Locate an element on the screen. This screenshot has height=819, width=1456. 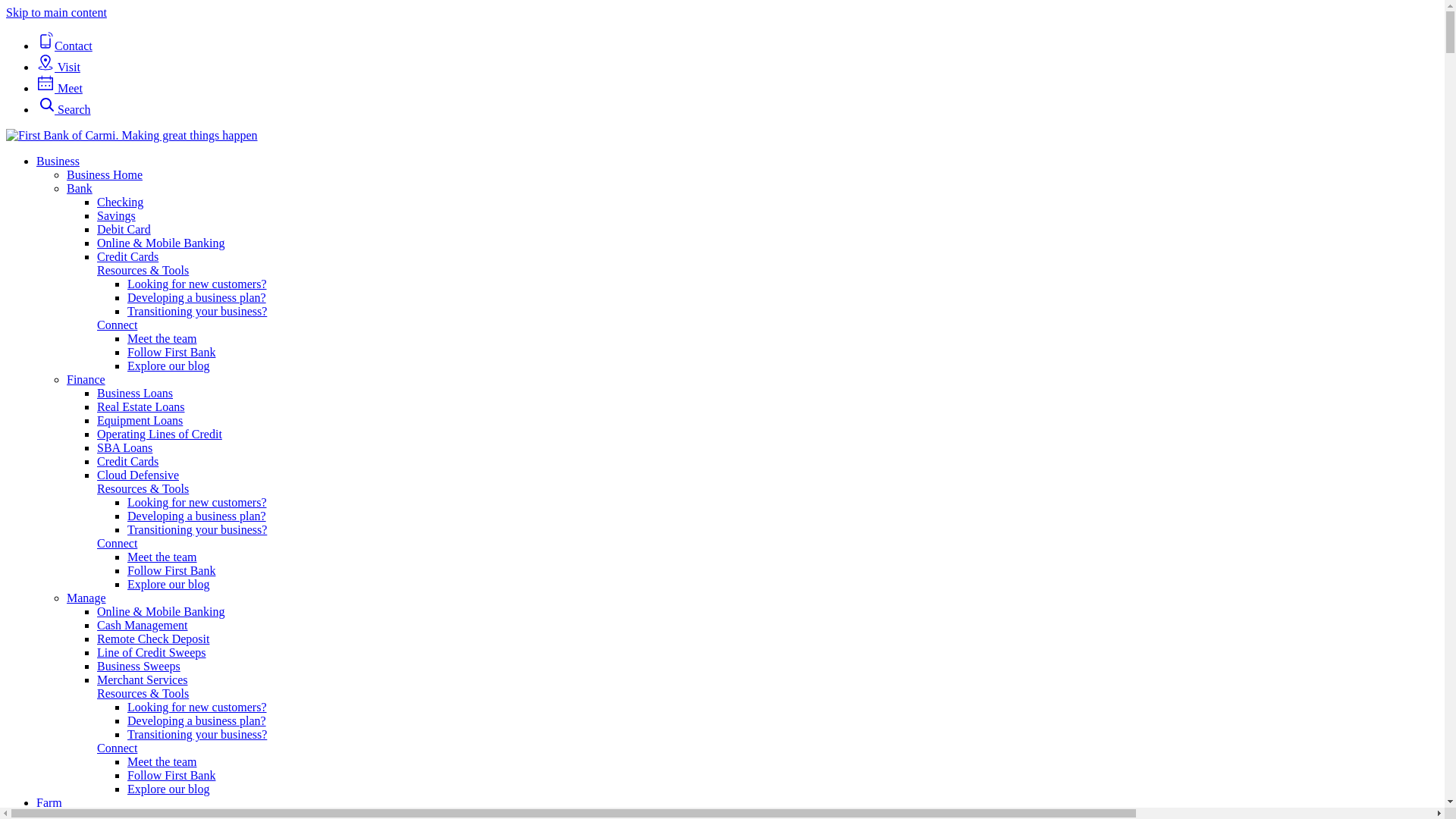
'Business Home' is located at coordinates (65, 174).